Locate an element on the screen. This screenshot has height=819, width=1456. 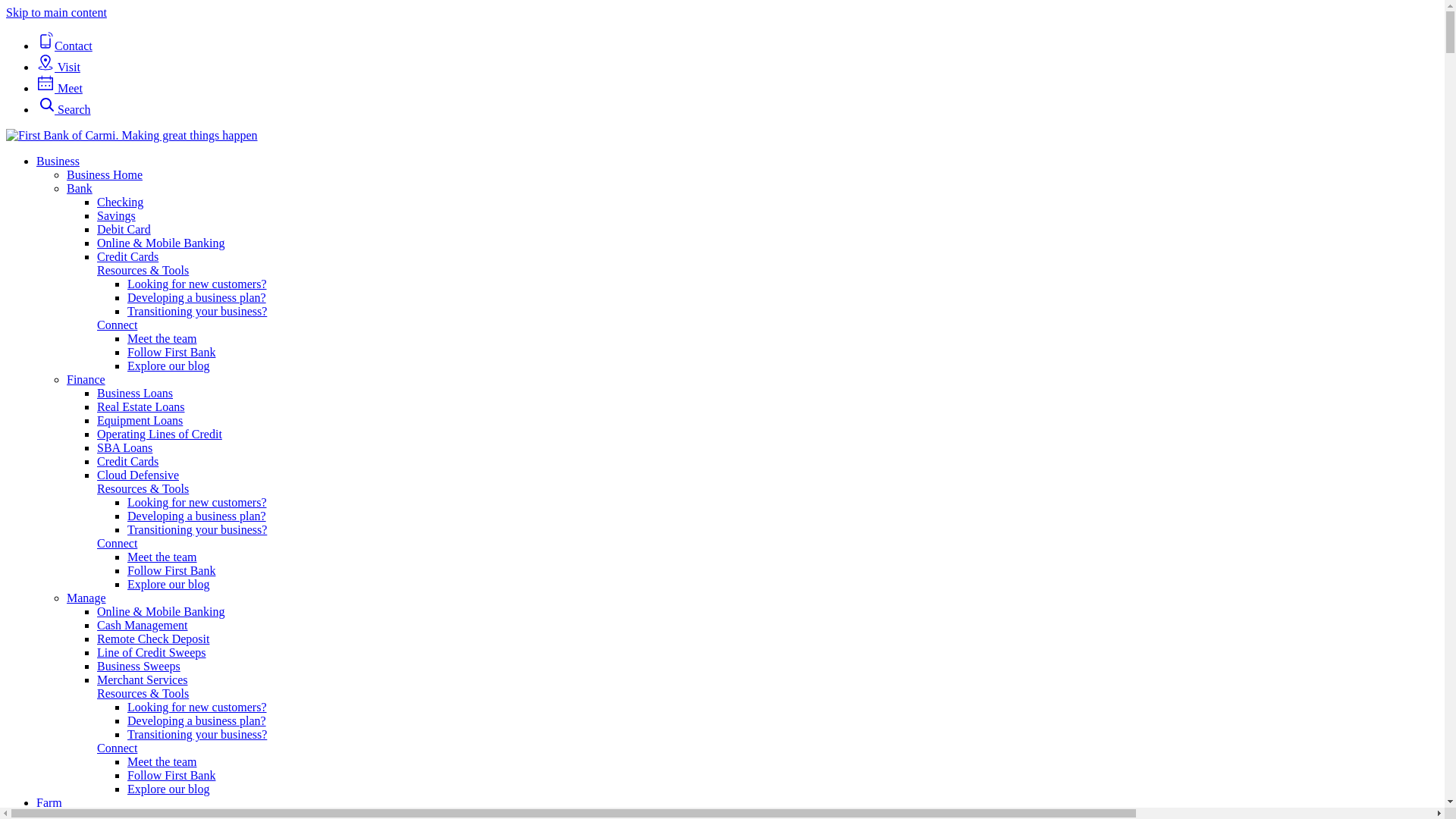
'Business Home' is located at coordinates (65, 174).